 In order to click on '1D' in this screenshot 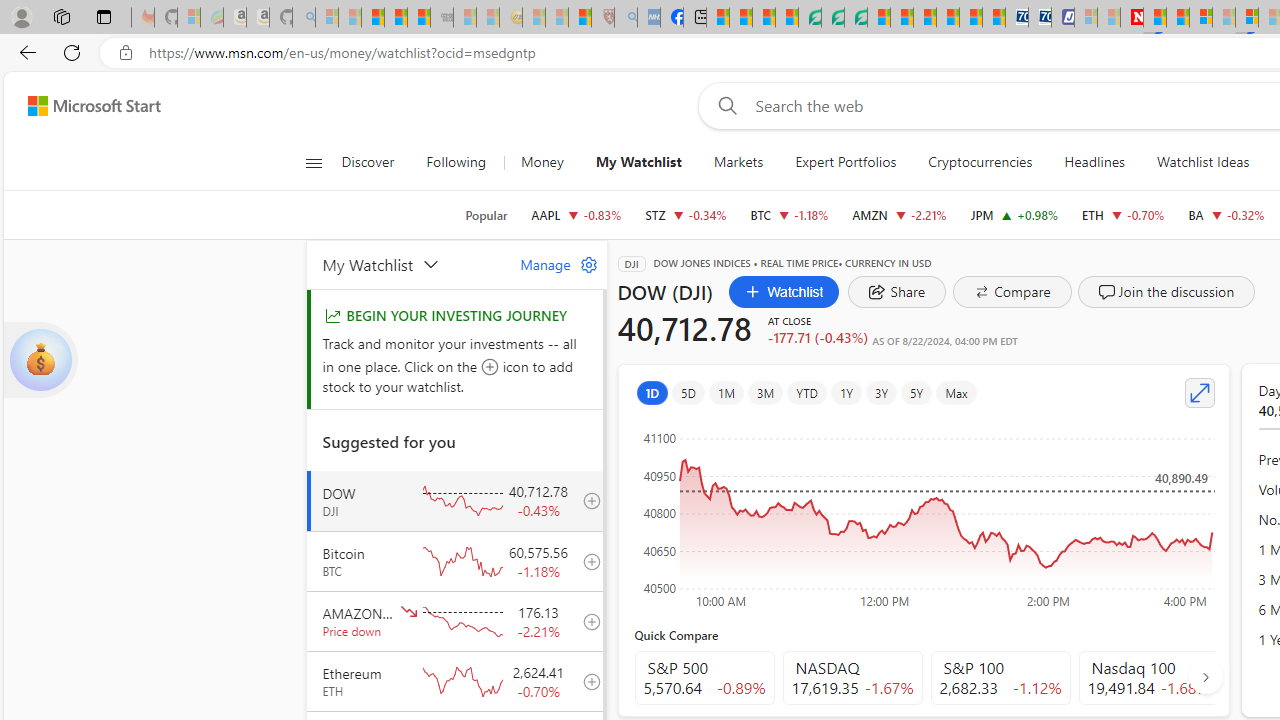, I will do `click(652, 392)`.